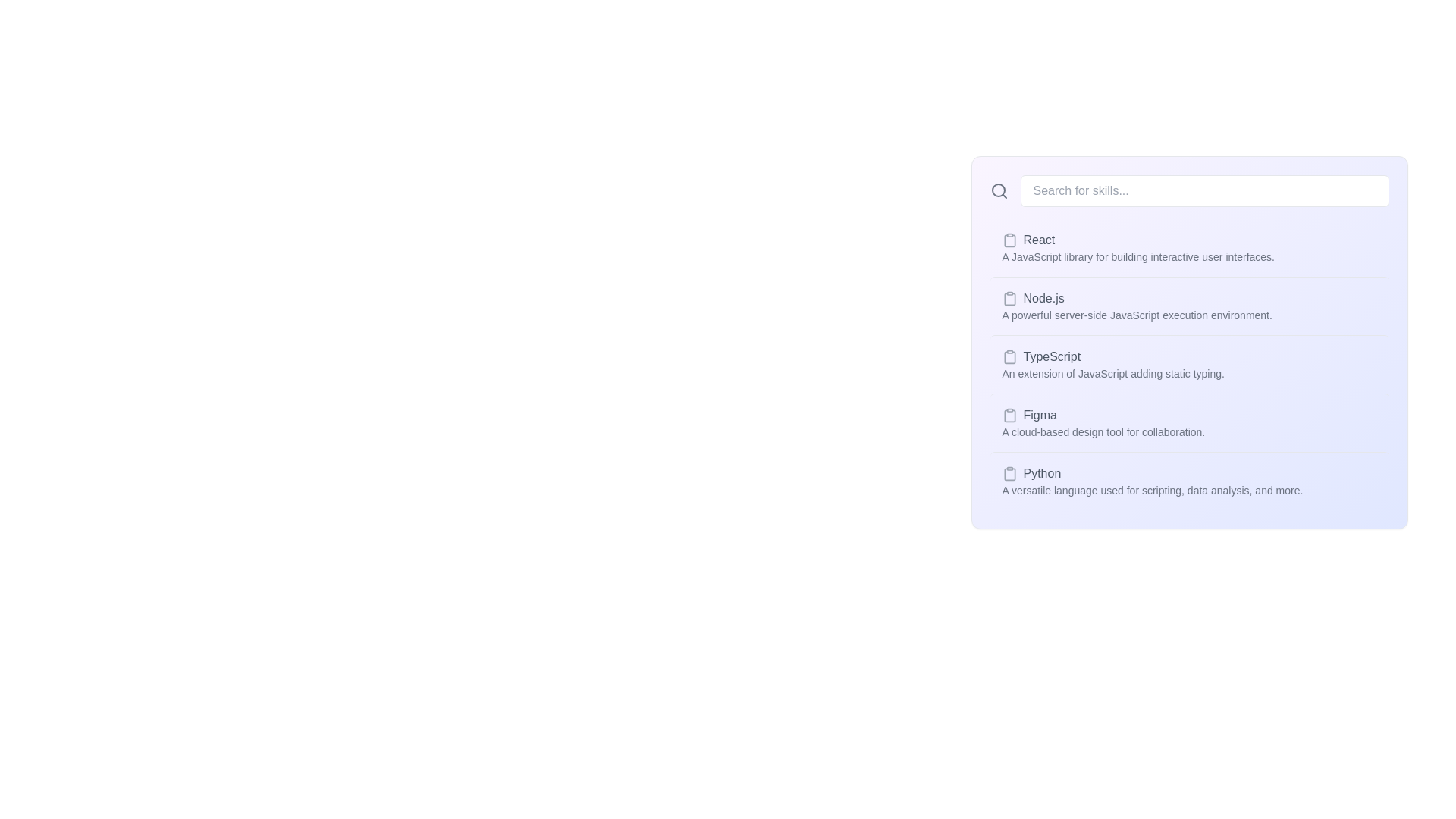 The height and width of the screenshot is (819, 1456). What do you see at coordinates (1009, 239) in the screenshot?
I see `the clipboard icon located to the immediate left of the text 'React' in the vertical list` at bounding box center [1009, 239].